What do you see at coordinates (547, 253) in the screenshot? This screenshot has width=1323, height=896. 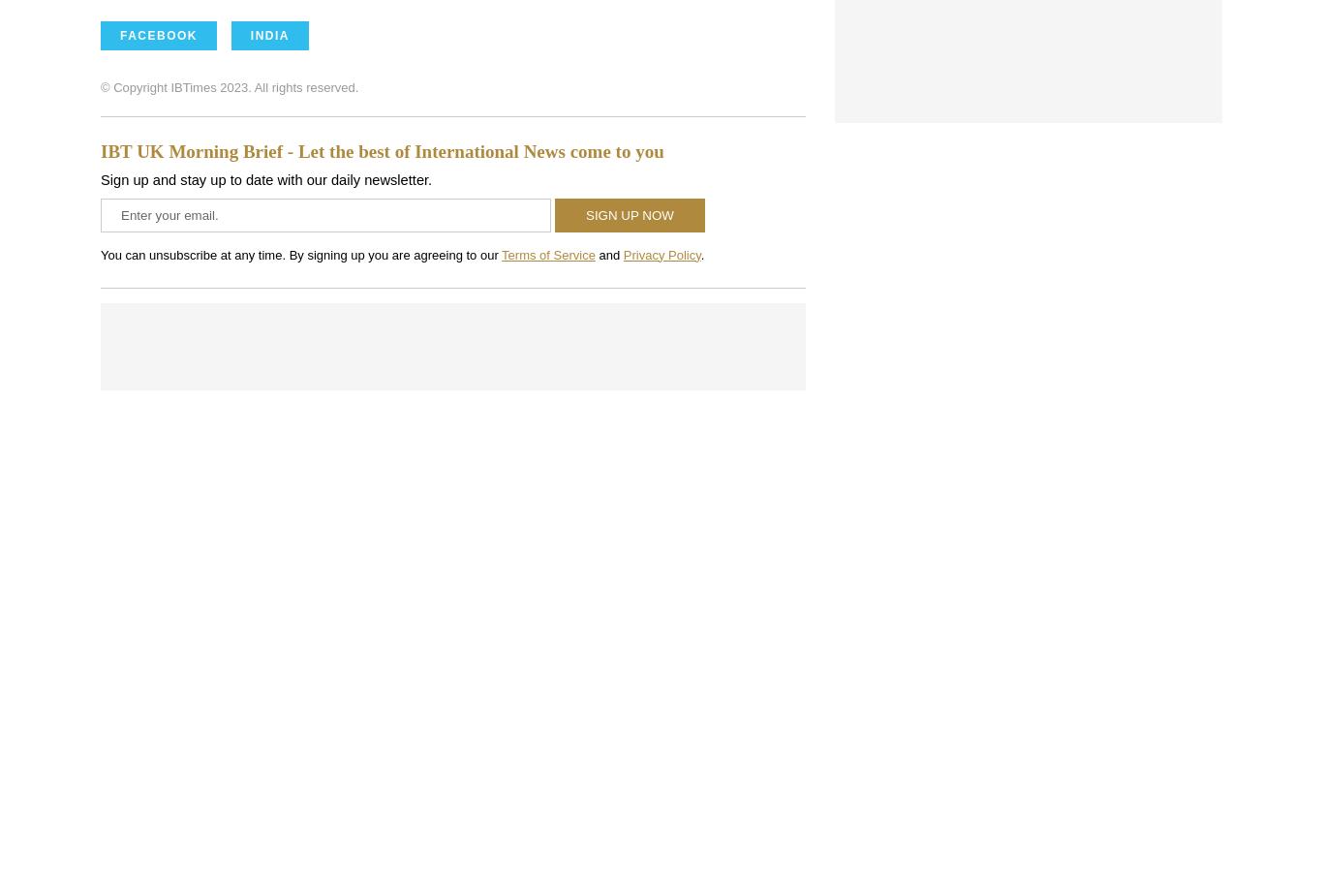 I see `'Terms of Service'` at bounding box center [547, 253].